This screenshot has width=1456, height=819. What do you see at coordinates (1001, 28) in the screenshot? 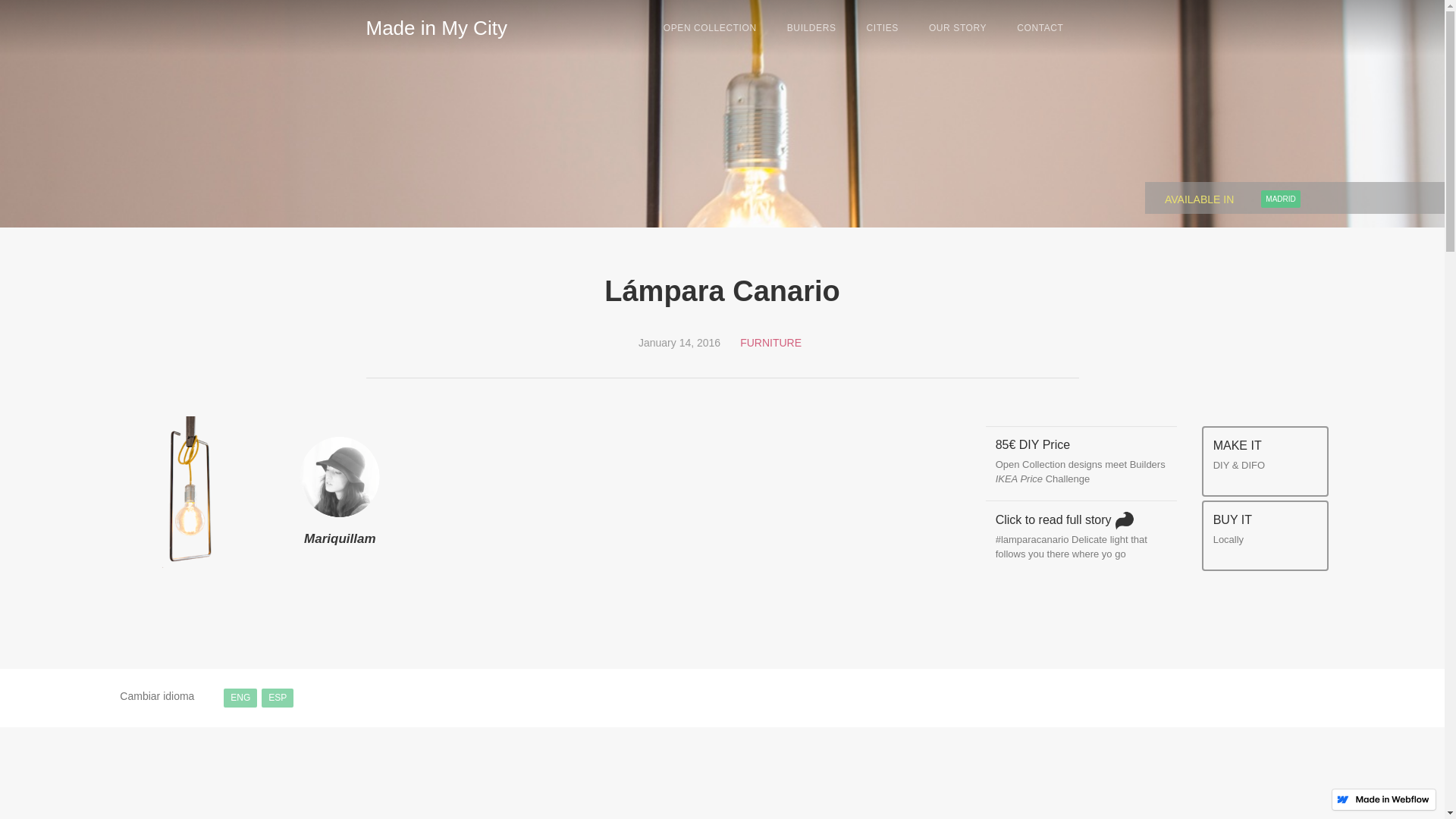
I see `'CONTACT'` at bounding box center [1001, 28].